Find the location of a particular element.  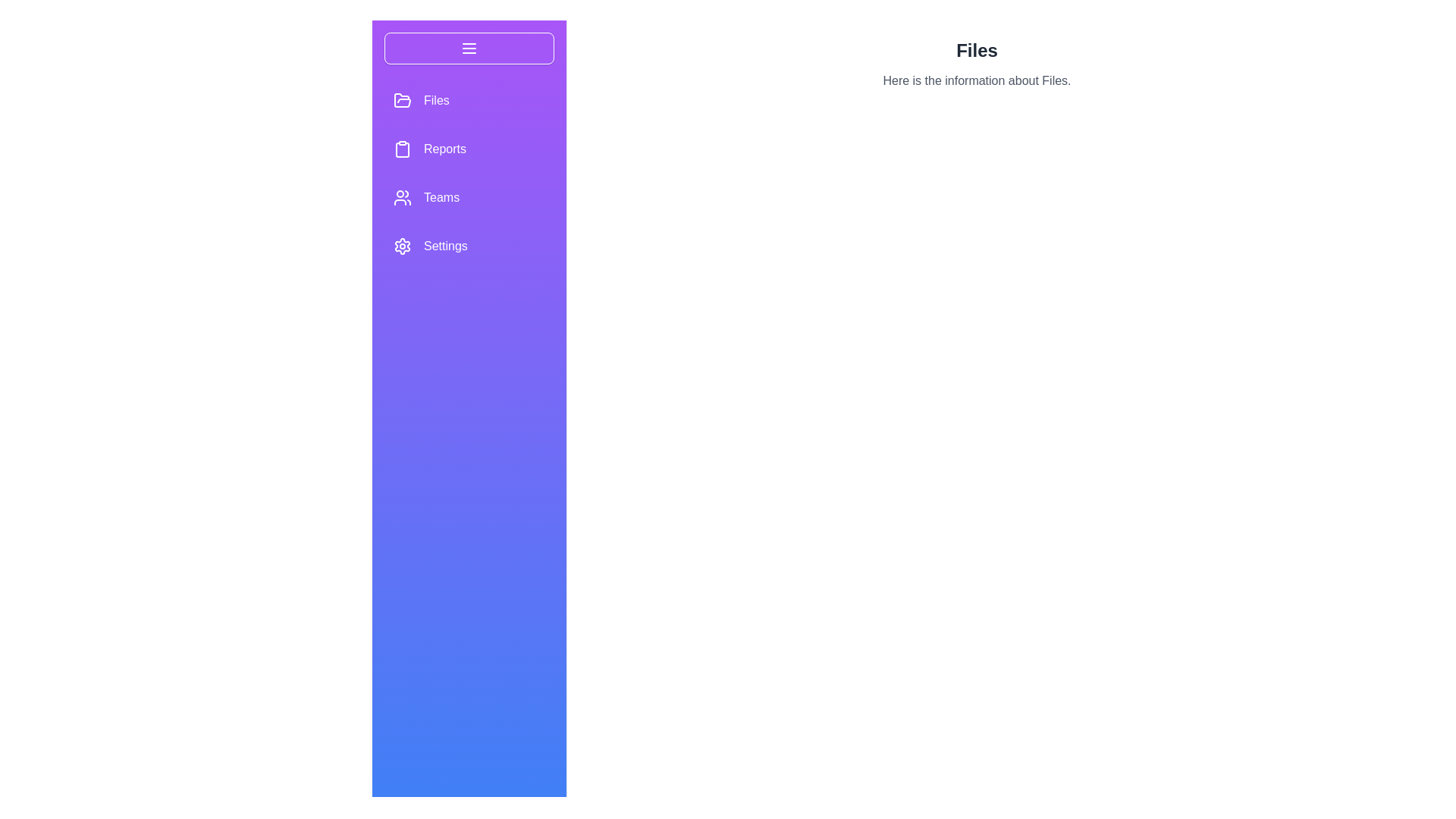

the menu option Teams by clicking on its corresponding area is located at coordinates (469, 197).